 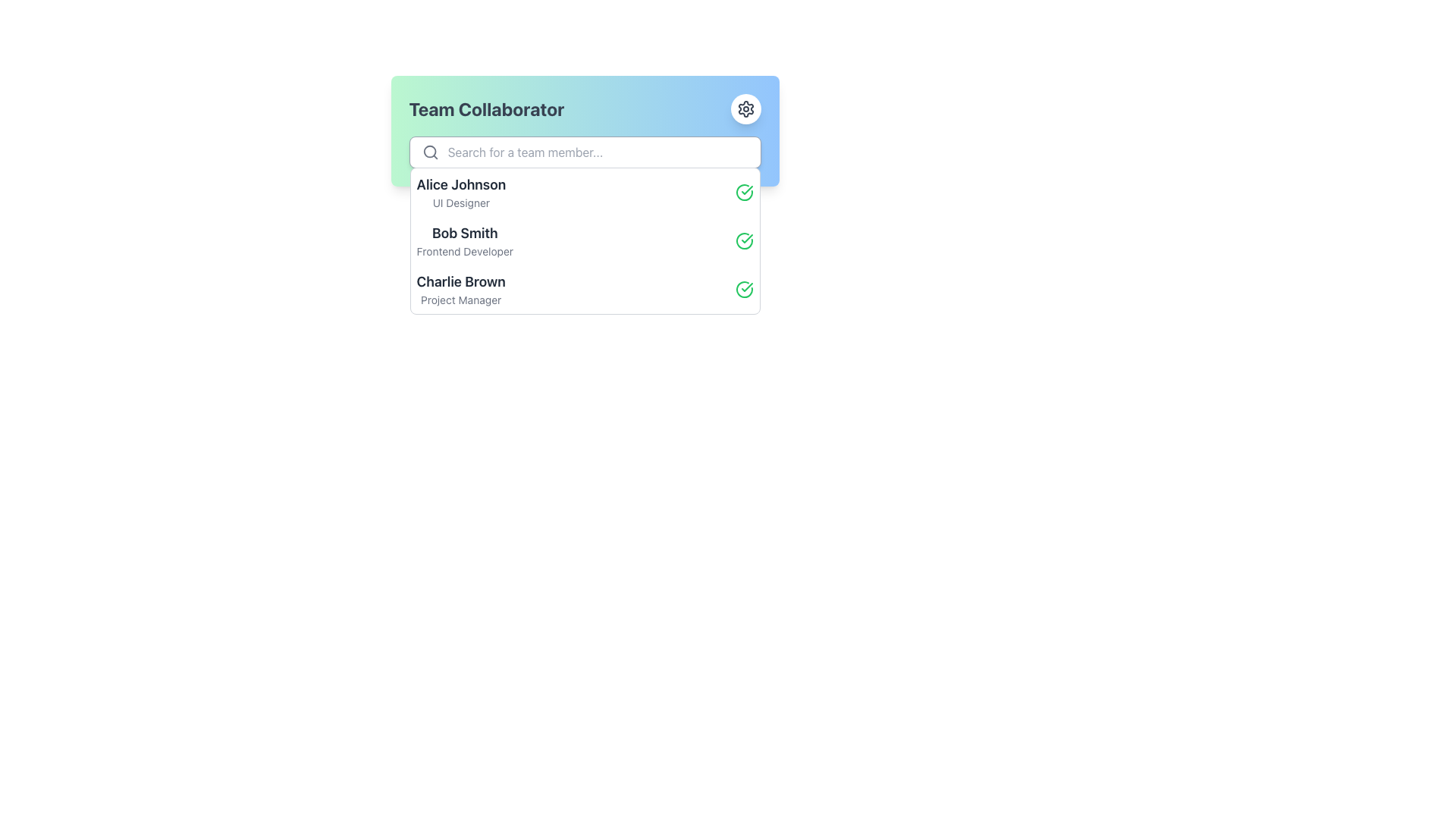 I want to click on the text element providing the professional designation for team member 'Charlie Brown', located below the name 'Charlie Brown' in the dropdown panel, so click(x=460, y=300).